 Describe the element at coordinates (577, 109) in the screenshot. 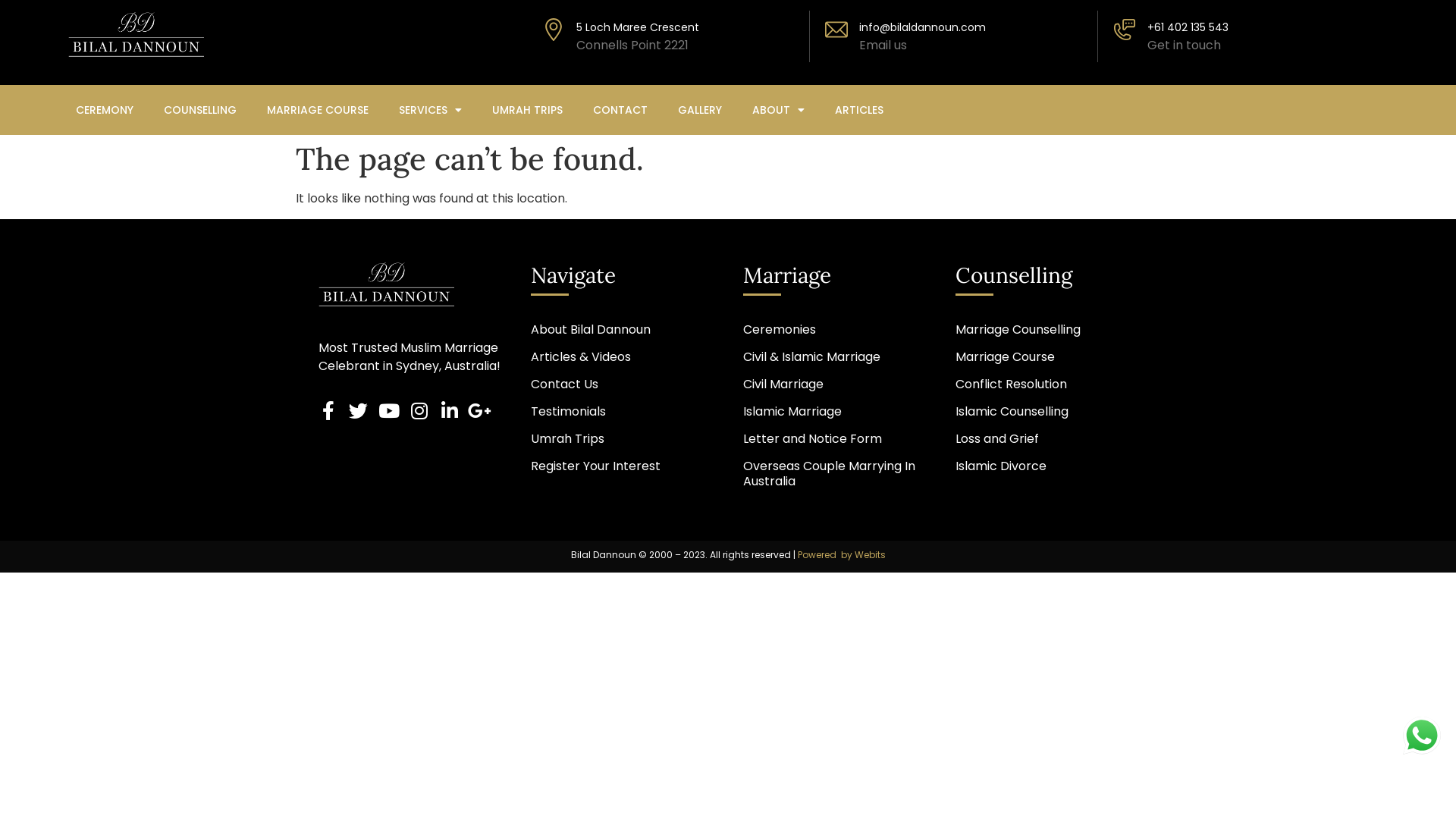

I see `'CONTACT'` at that location.